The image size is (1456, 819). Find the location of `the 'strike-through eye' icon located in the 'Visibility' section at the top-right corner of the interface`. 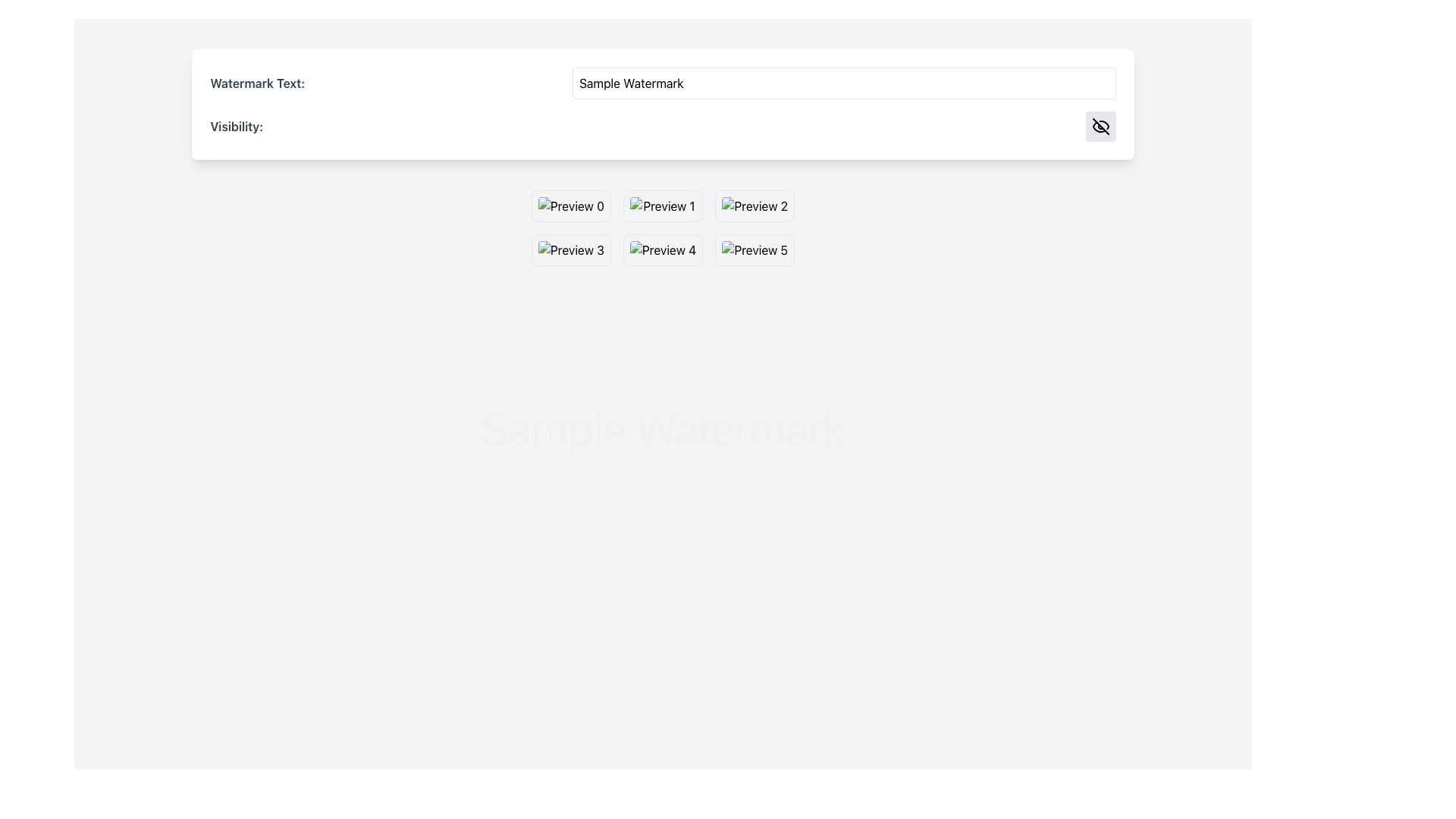

the 'strike-through eye' icon located in the 'Visibility' section at the top-right corner of the interface is located at coordinates (1100, 125).